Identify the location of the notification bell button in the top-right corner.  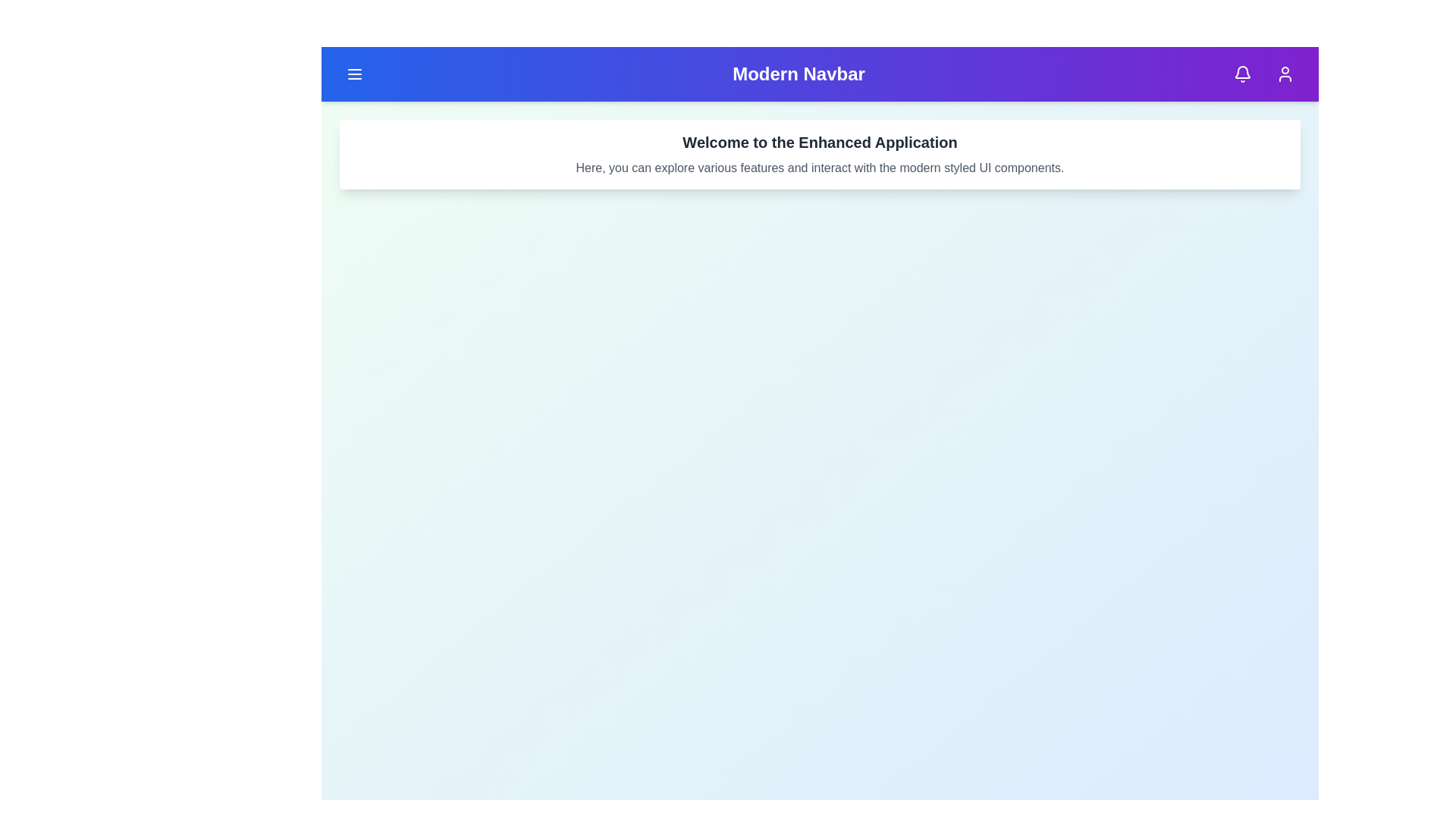
(1242, 74).